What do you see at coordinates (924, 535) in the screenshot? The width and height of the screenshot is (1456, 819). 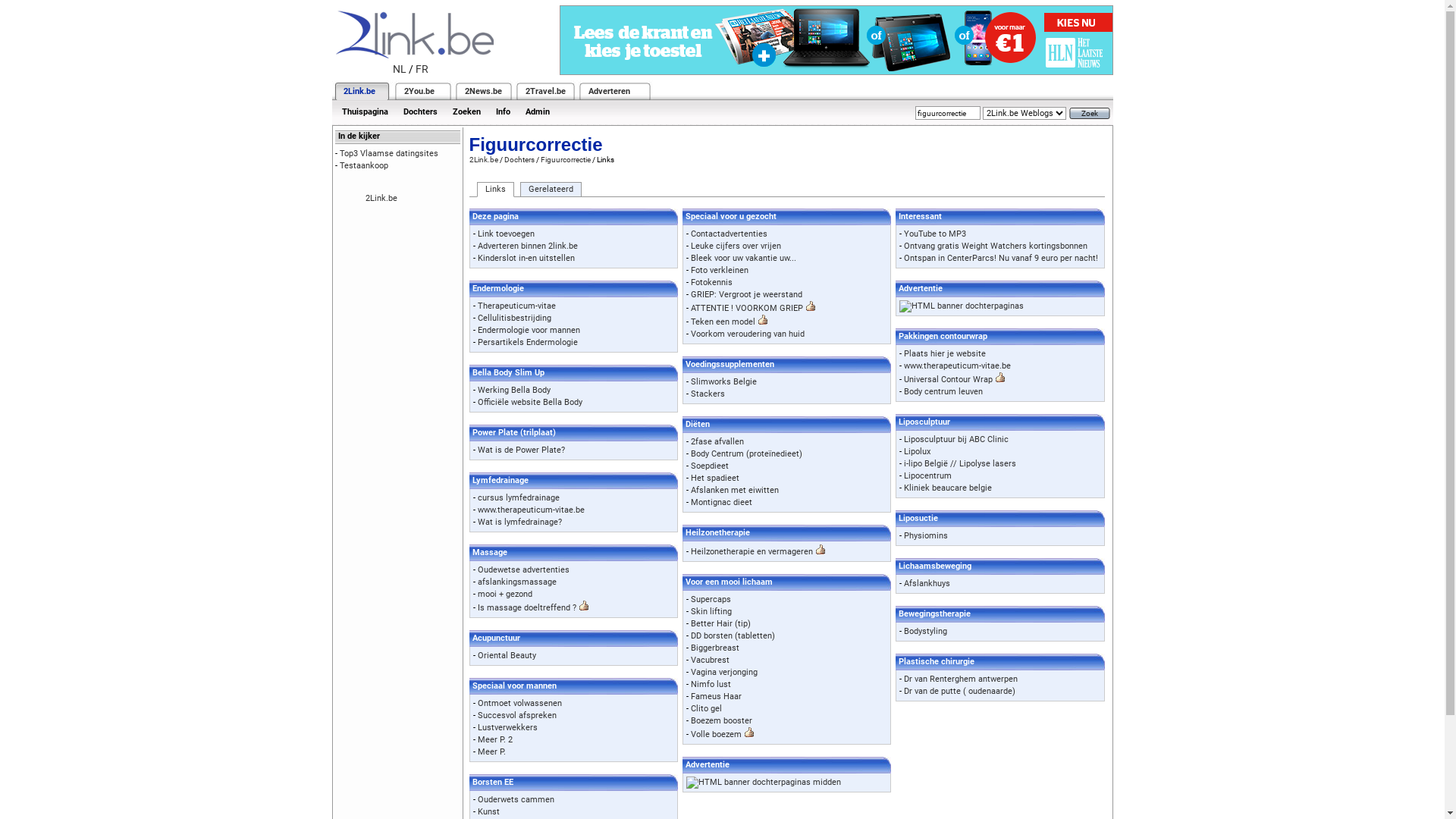 I see `'Physiomins'` at bounding box center [924, 535].